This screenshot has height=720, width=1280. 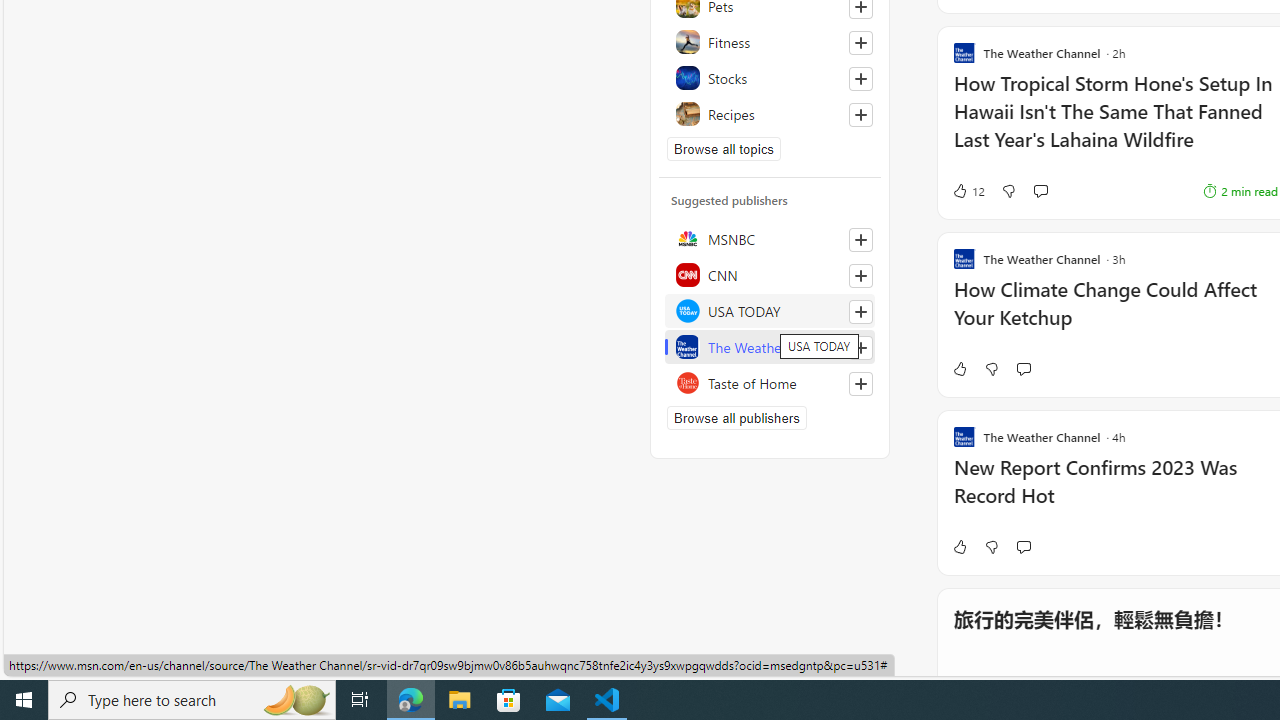 What do you see at coordinates (1114, 492) in the screenshot?
I see `'New Report Confirms 2023 Was Record Hot'` at bounding box center [1114, 492].